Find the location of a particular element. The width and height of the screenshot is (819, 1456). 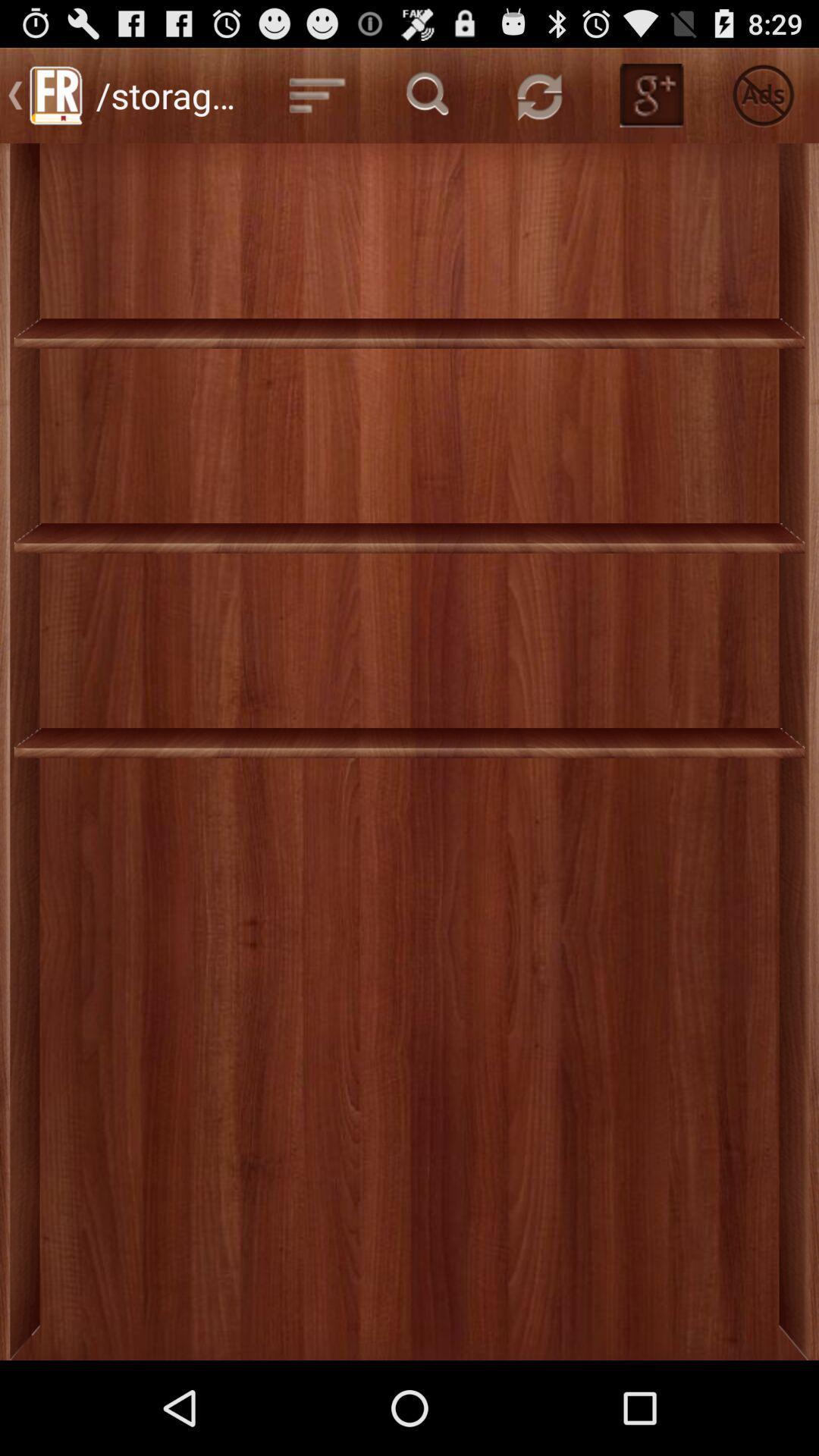

app to the right of the storage emulated 0 item is located at coordinates (316, 94).